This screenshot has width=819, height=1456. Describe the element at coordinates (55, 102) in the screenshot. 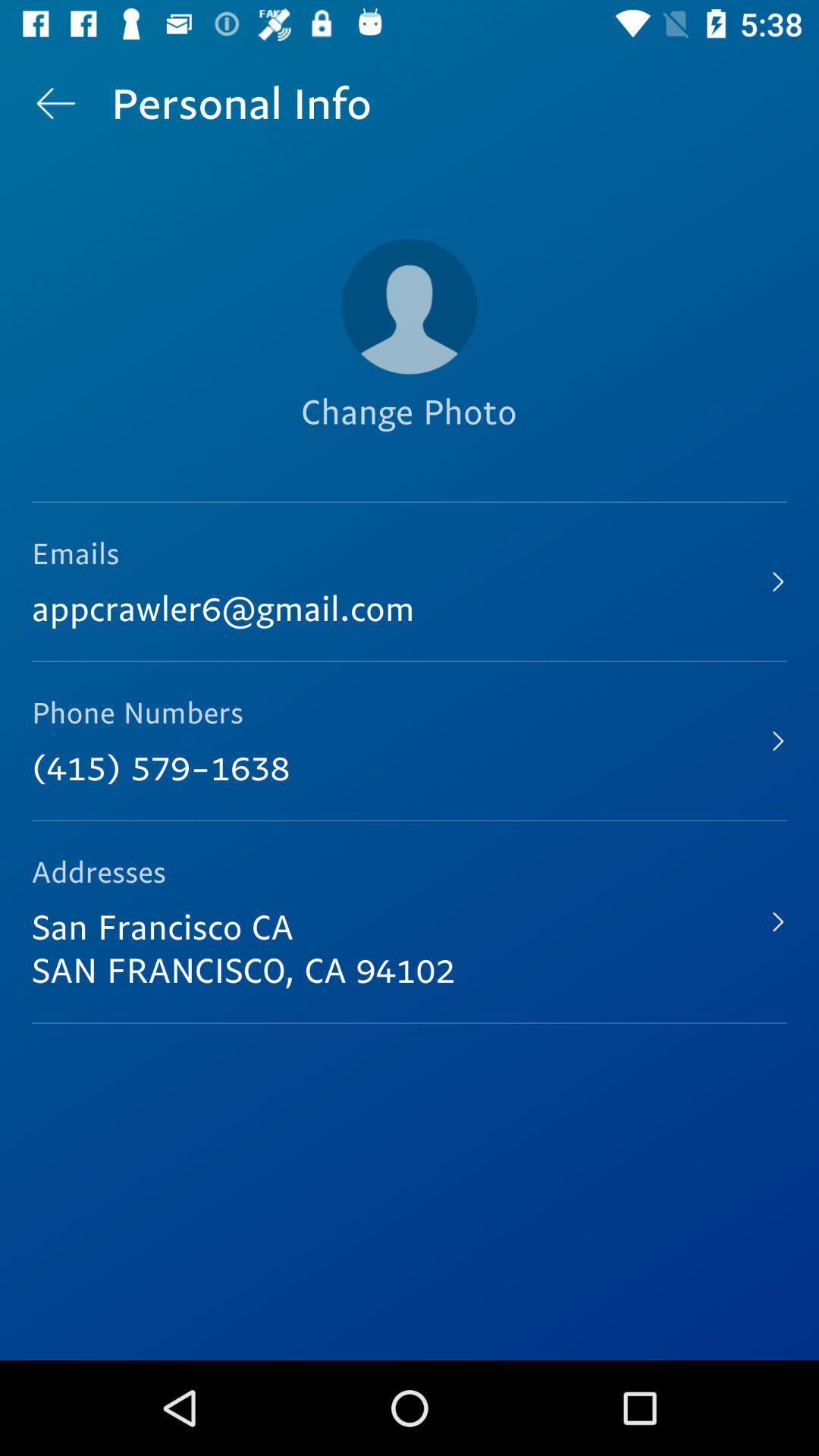

I see `the item above the emails icon` at that location.